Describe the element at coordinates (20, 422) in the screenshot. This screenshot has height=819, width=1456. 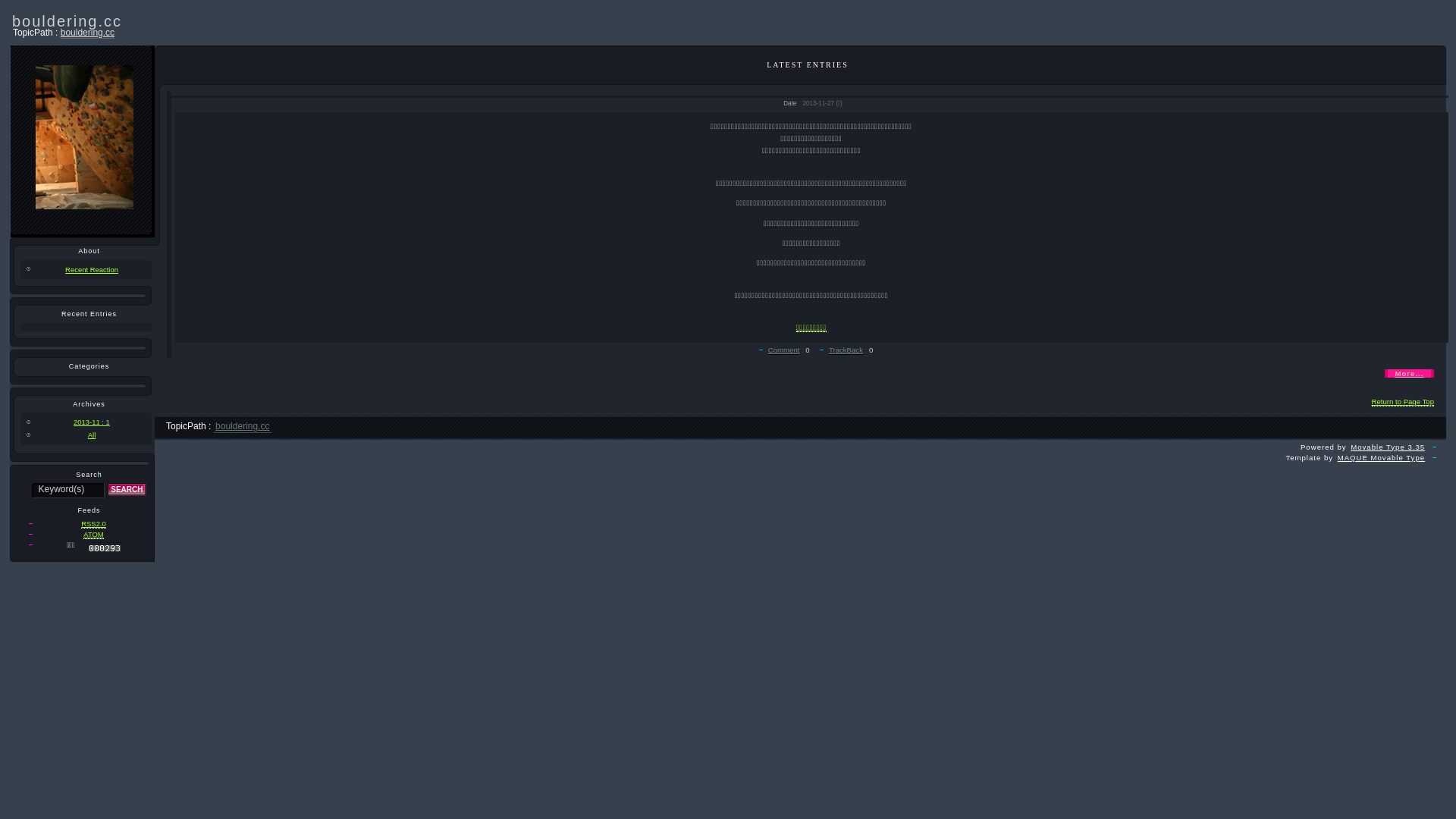
I see `'2013-11 : 1'` at that location.